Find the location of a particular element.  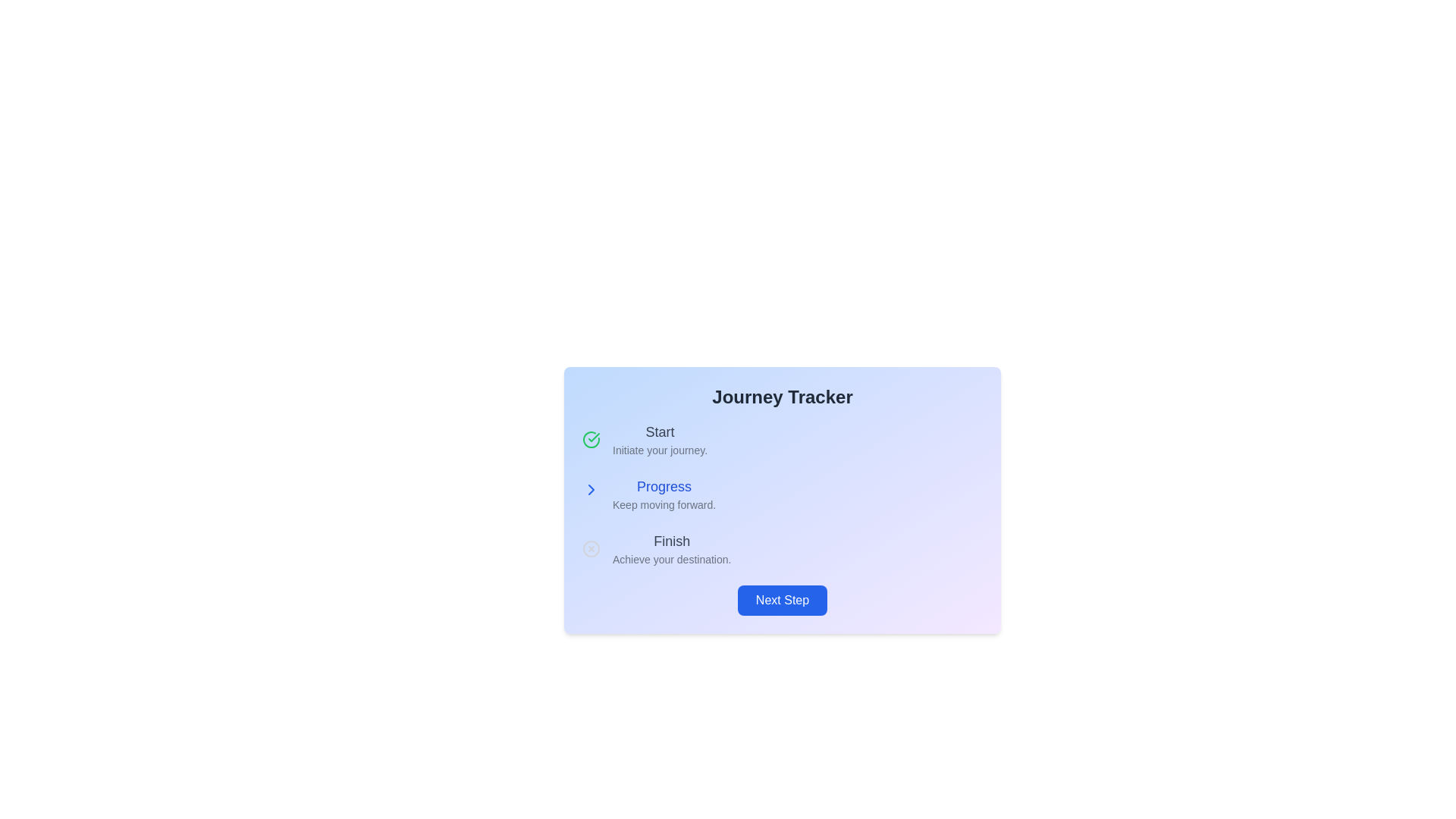

text label that displays 'Start' in a larger, bold font and 'Initiate your journey.' in a smaller, gray font, located at the top-left section of the 'Journey Tracker' card, right next to a green circle check icon is located at coordinates (660, 439).